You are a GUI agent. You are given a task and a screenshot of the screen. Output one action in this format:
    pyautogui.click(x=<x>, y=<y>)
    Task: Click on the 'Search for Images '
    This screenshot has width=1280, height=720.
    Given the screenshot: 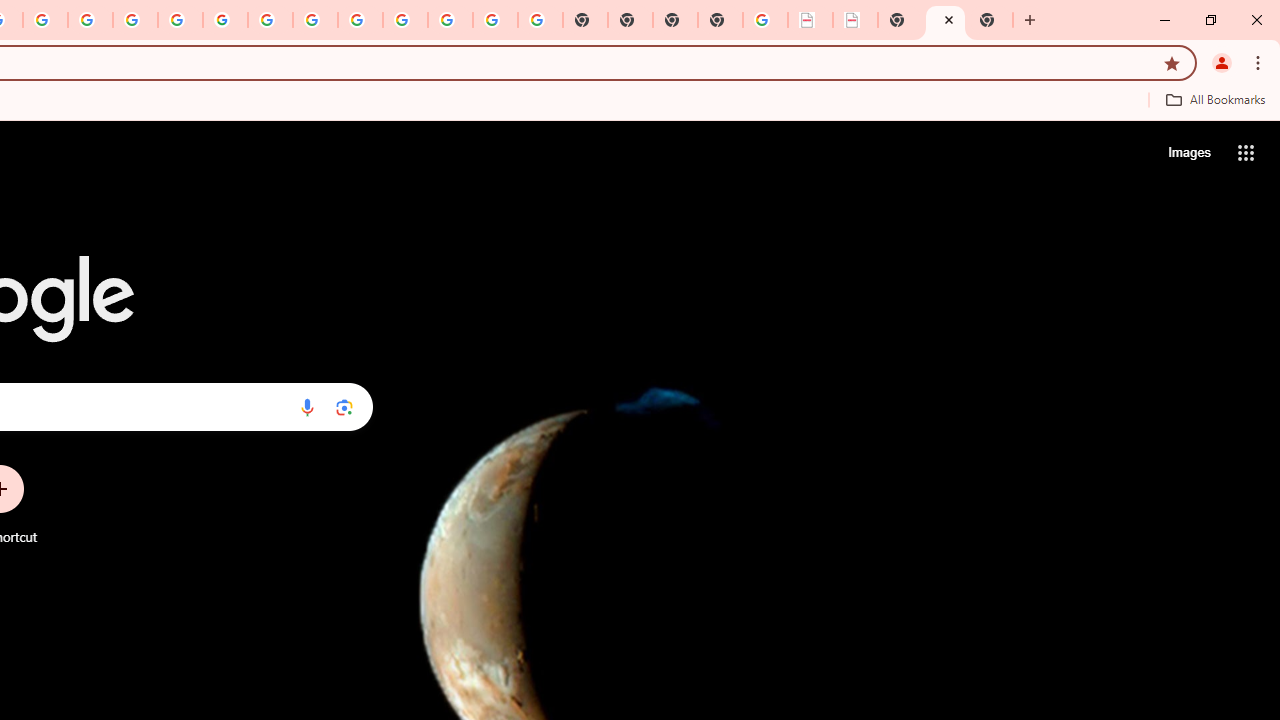 What is the action you would take?
    pyautogui.click(x=1189, y=152)
    